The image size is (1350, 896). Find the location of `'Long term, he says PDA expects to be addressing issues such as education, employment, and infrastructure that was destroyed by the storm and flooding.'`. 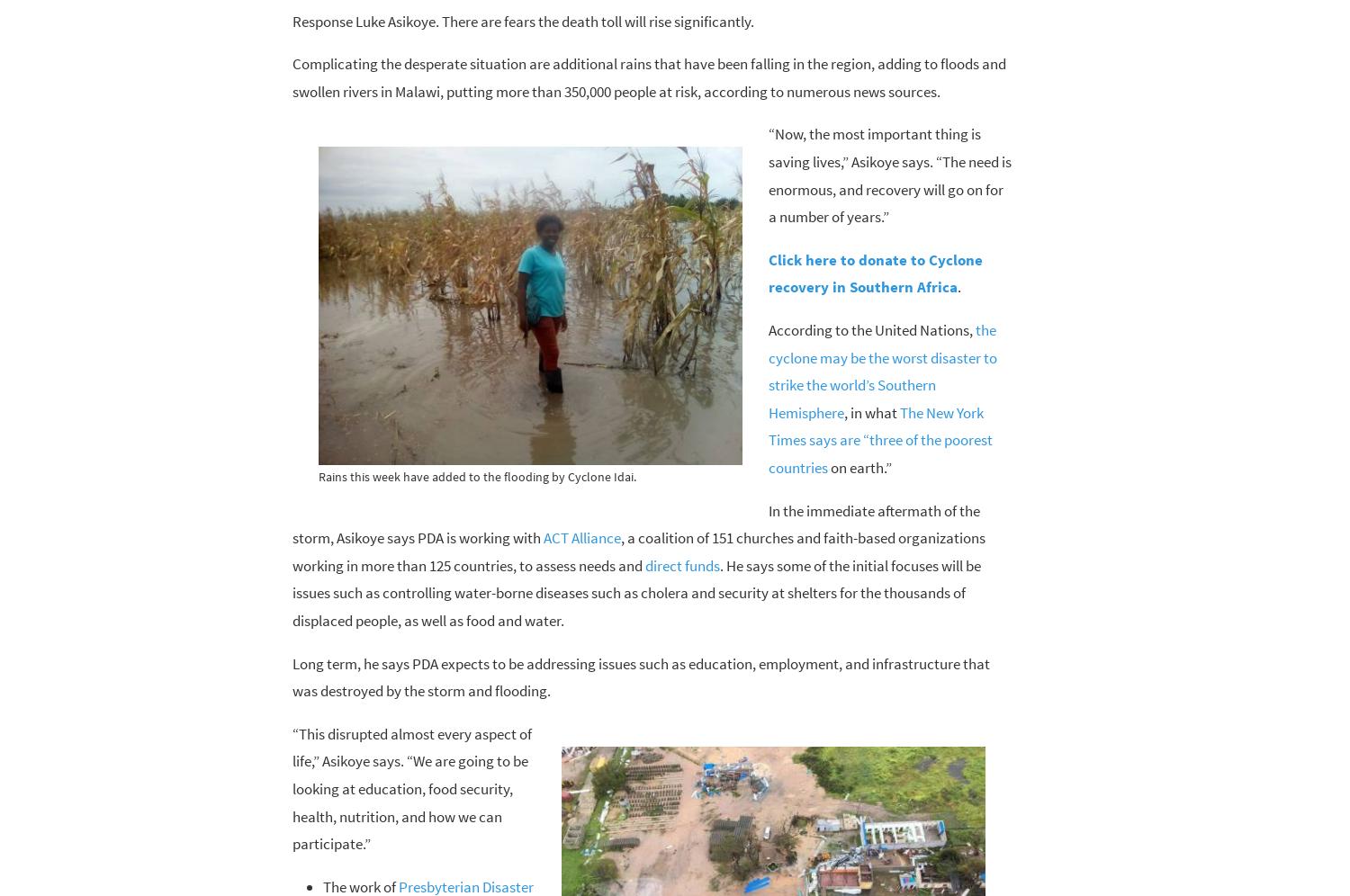

'Long term, he says PDA expects to be addressing issues such as education, employment, and infrastructure that was destroyed by the storm and flooding.' is located at coordinates (640, 676).